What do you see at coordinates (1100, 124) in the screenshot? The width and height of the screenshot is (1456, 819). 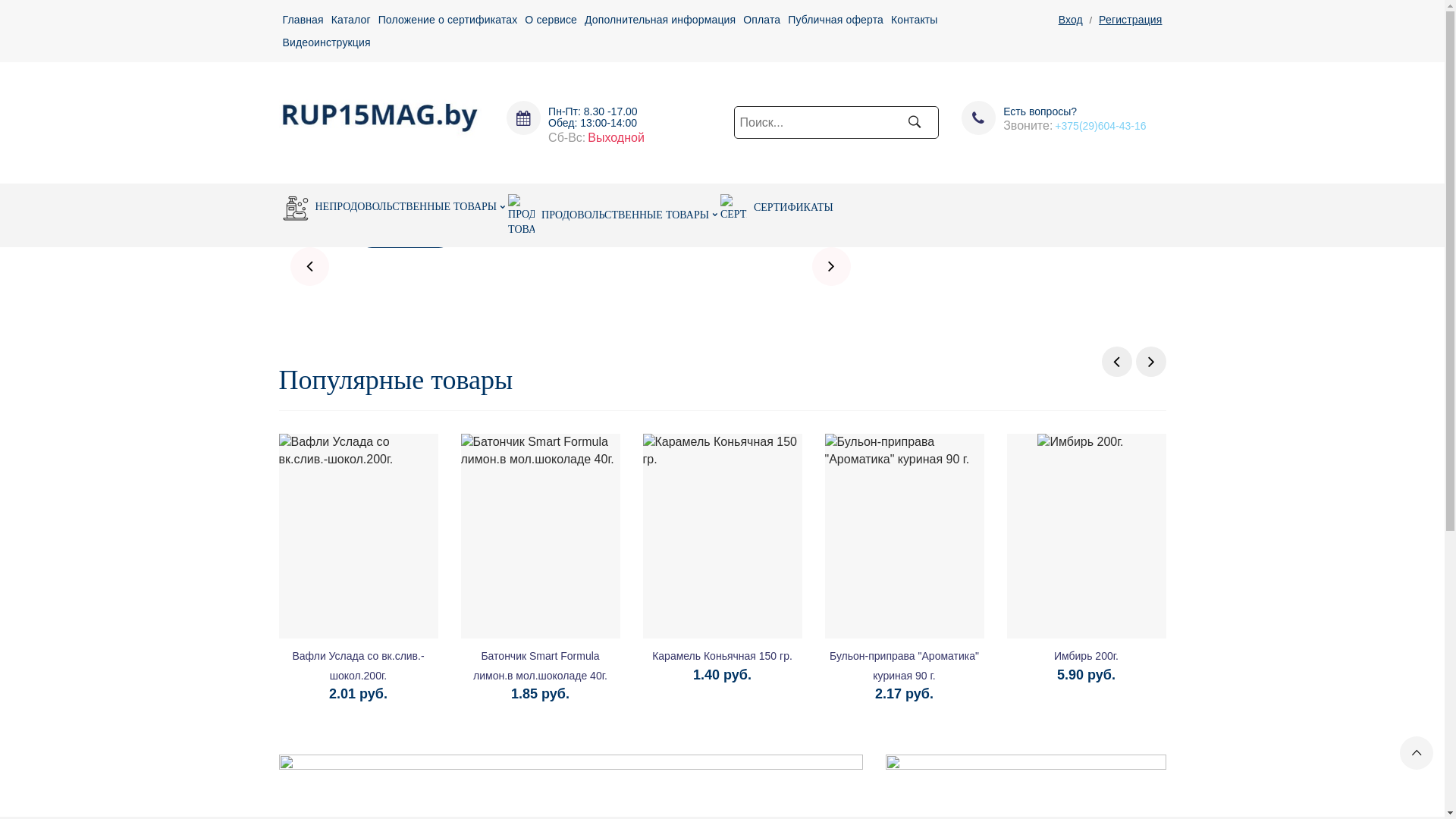 I see `'+375(29)604-43-16'` at bounding box center [1100, 124].